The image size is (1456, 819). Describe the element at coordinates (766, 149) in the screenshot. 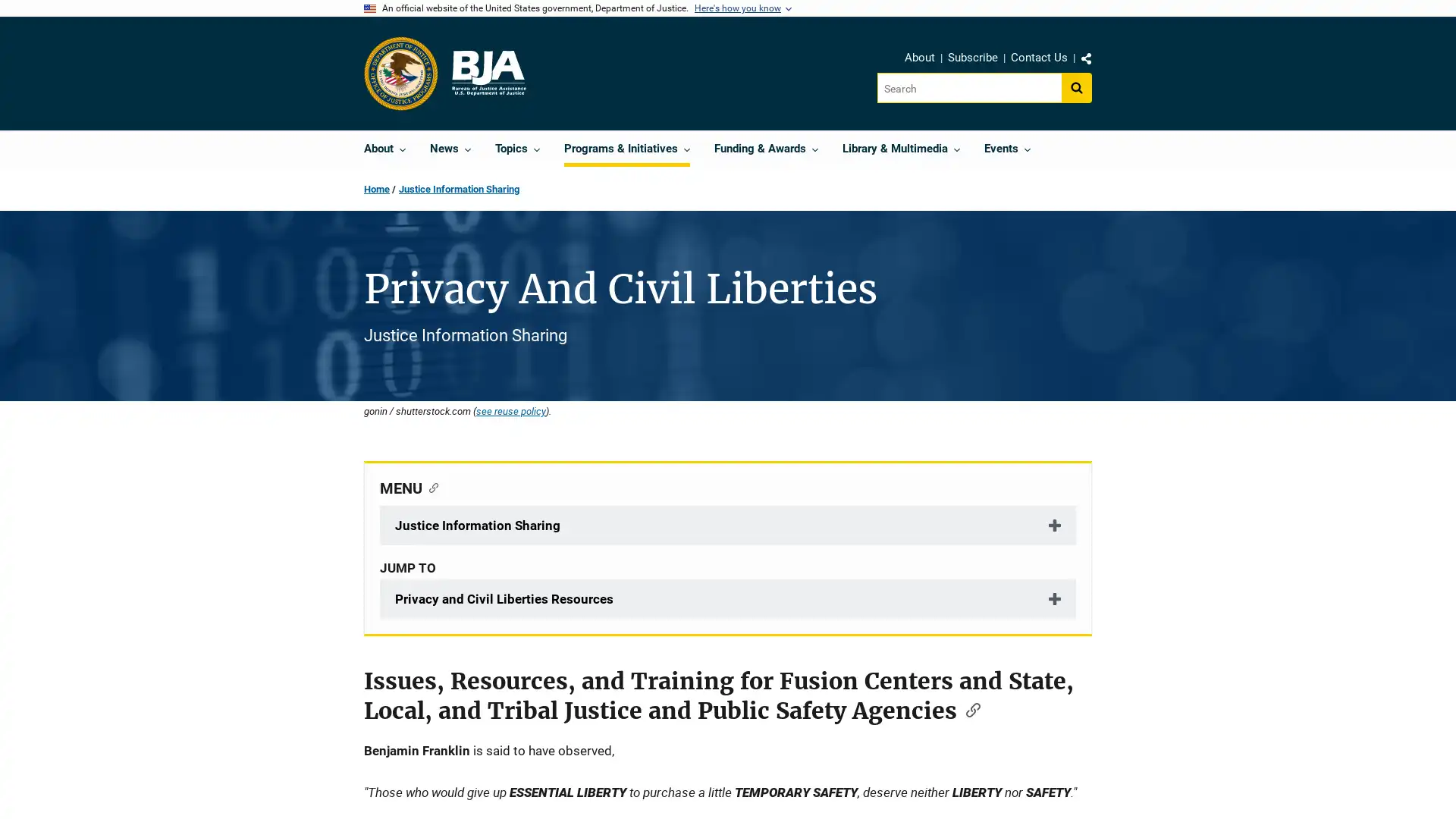

I see `Funding & Awards` at that location.